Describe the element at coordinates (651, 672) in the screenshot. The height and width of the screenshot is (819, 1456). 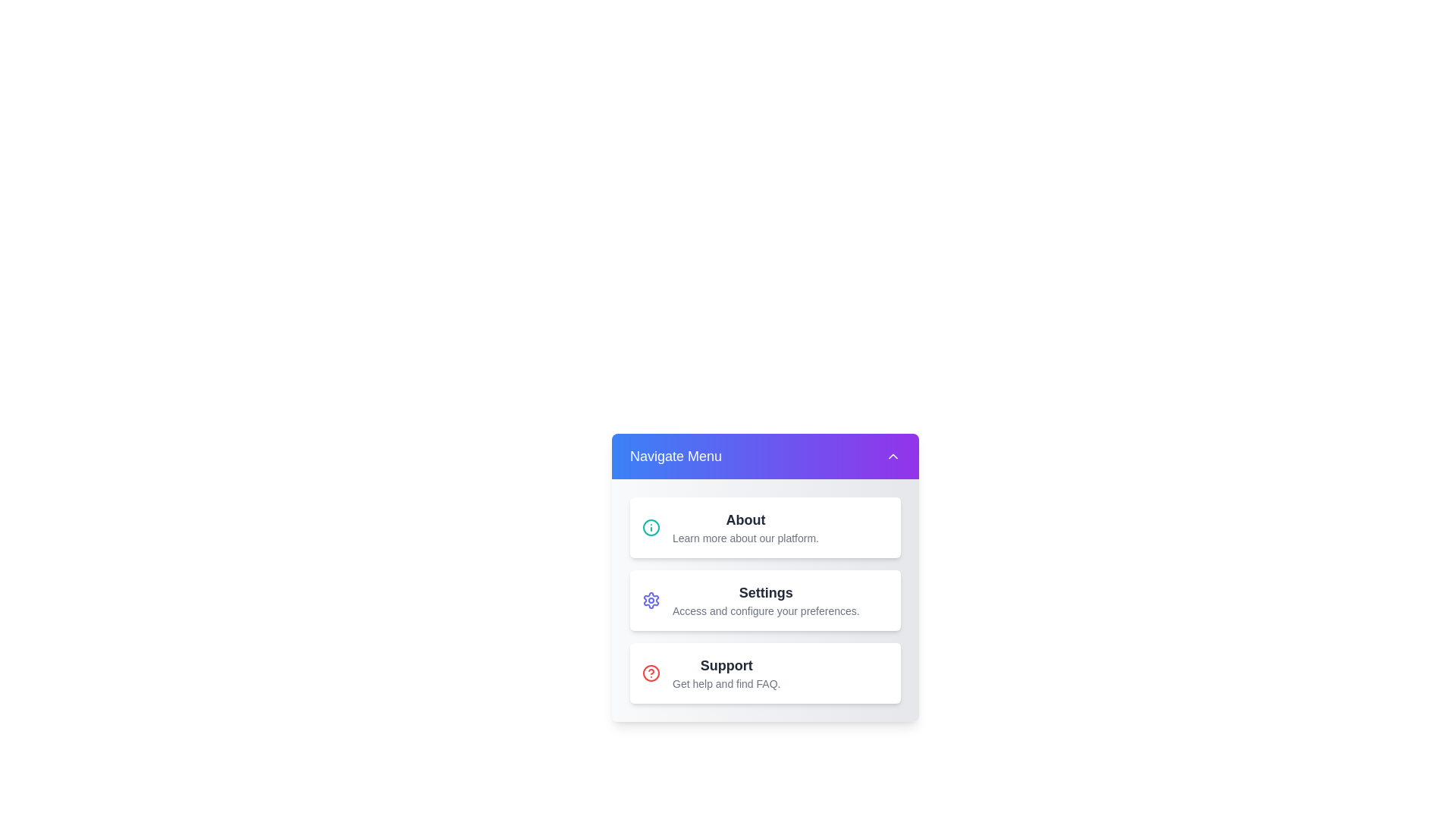
I see `the icon of the menu item labeled 'Support' to inspect it` at that location.